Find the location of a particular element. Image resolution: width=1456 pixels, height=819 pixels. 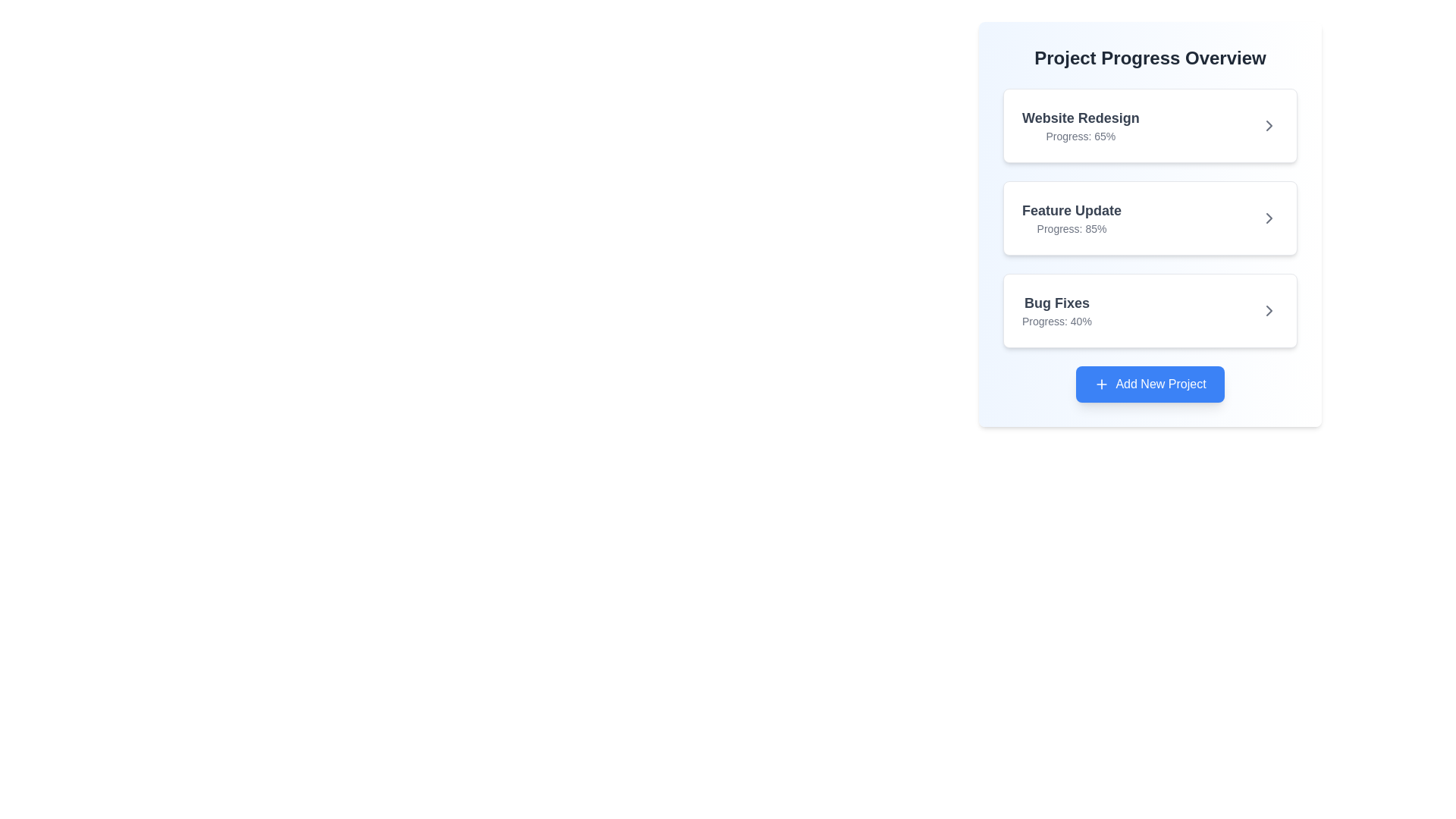

the Vector icon (right-chevron) indicating navigability for the 'Website Redesign' project, located at the right end of the first item in the list is located at coordinates (1269, 124).